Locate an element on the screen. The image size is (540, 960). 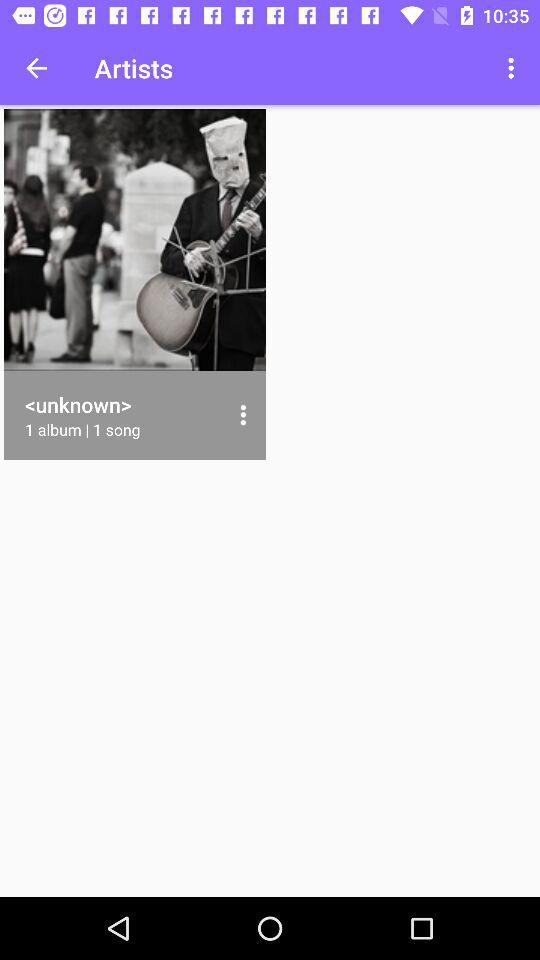
item next to artists is located at coordinates (36, 68).